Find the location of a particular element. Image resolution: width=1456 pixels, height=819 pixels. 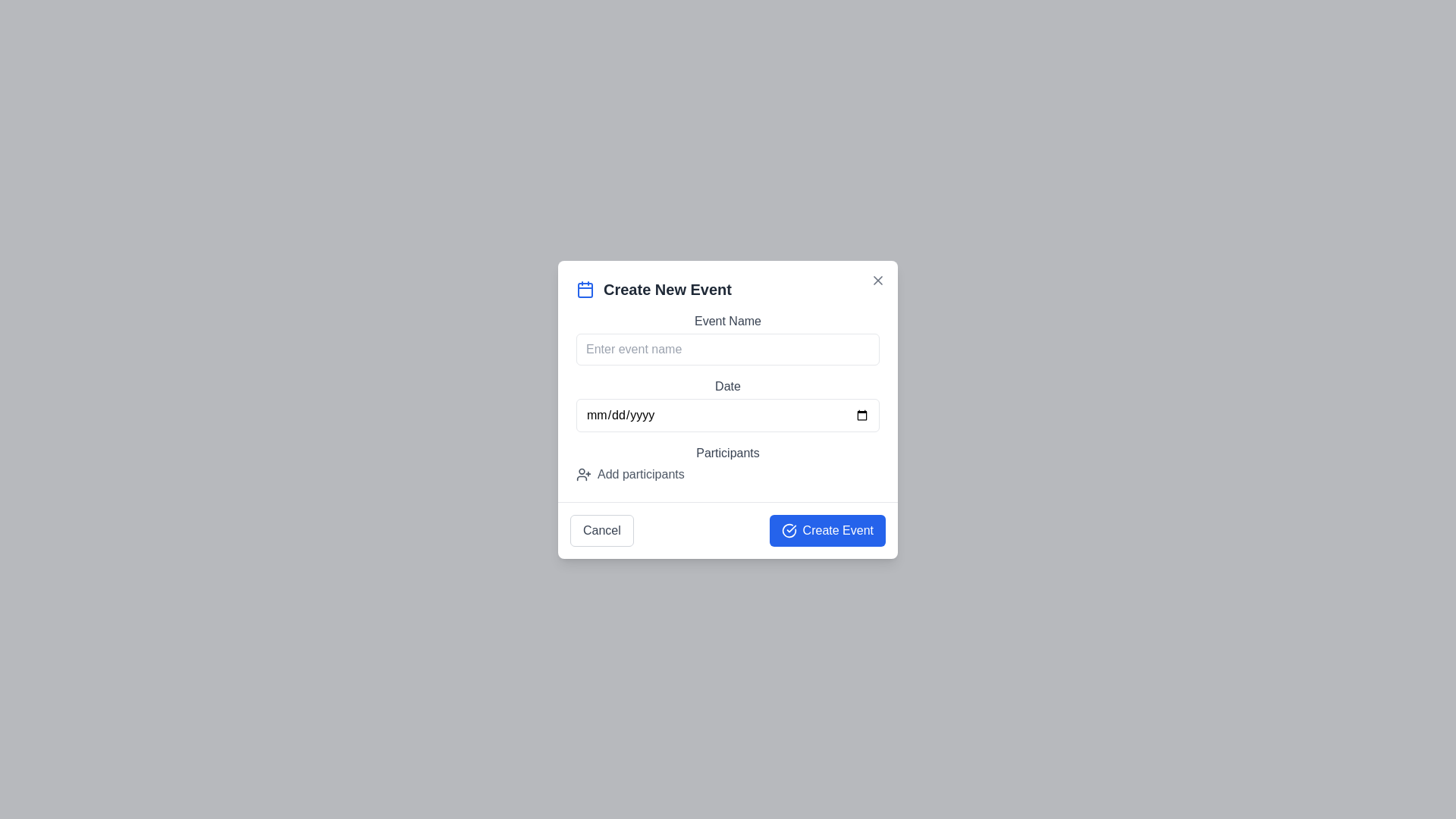

the Header text indicating the purpose of creating a new event, located at the upper part of the centered modal dialog, to the right of the calendar icon is located at coordinates (667, 289).